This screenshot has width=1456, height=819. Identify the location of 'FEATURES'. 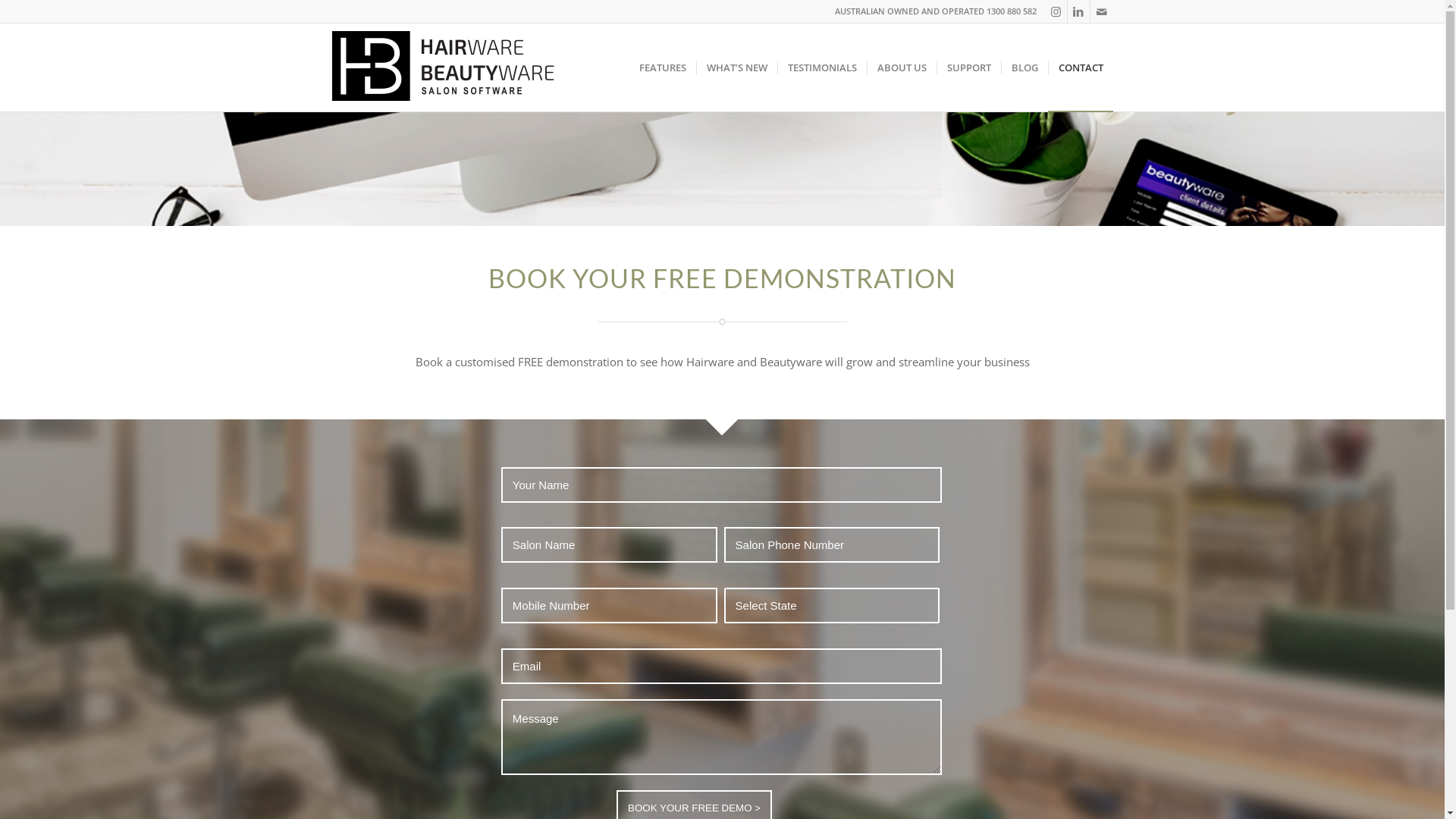
(629, 66).